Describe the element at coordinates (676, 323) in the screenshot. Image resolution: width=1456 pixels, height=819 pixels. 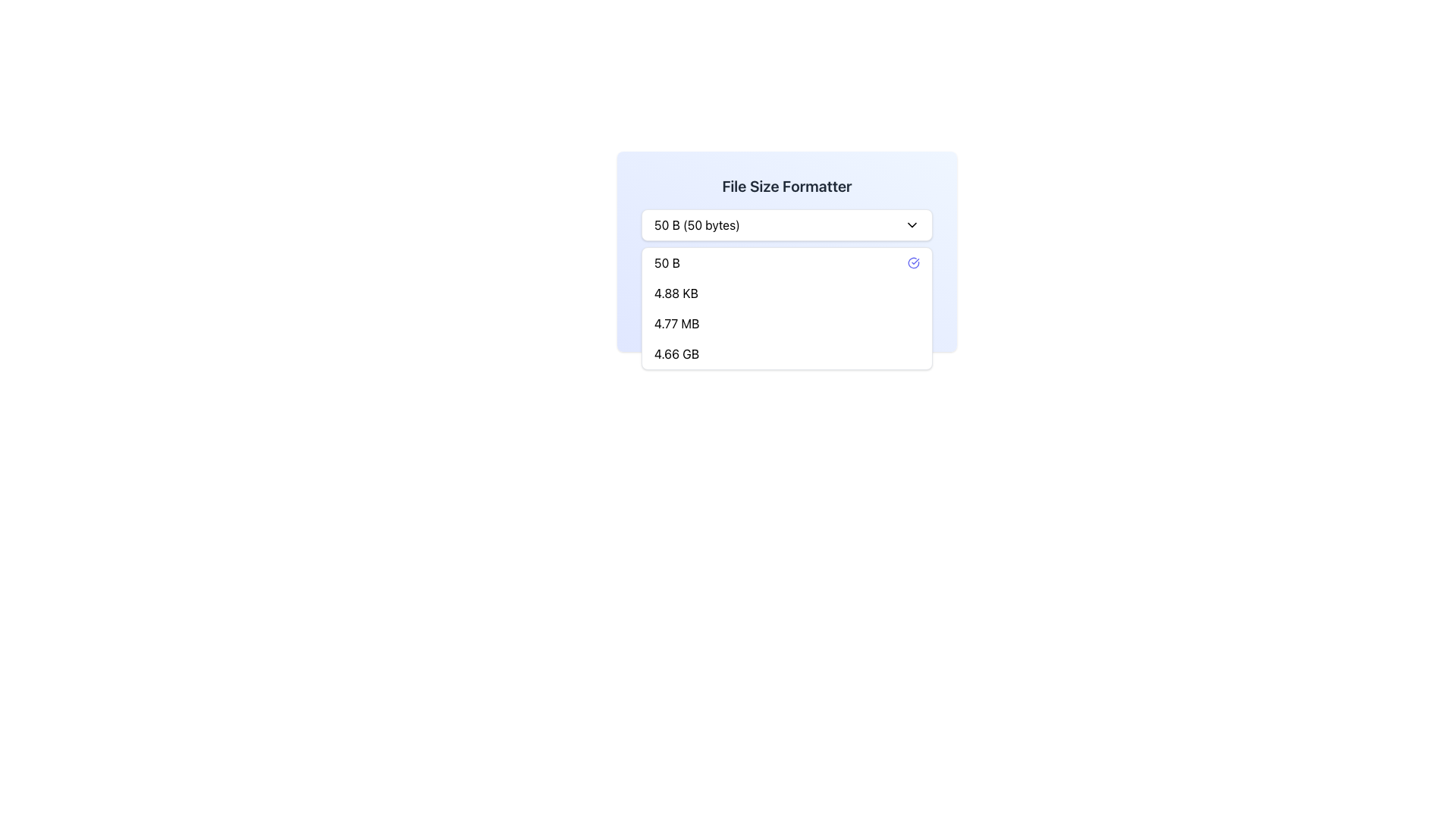
I see `the third item in the 'File Size Formatter' dropdown menu` at that location.